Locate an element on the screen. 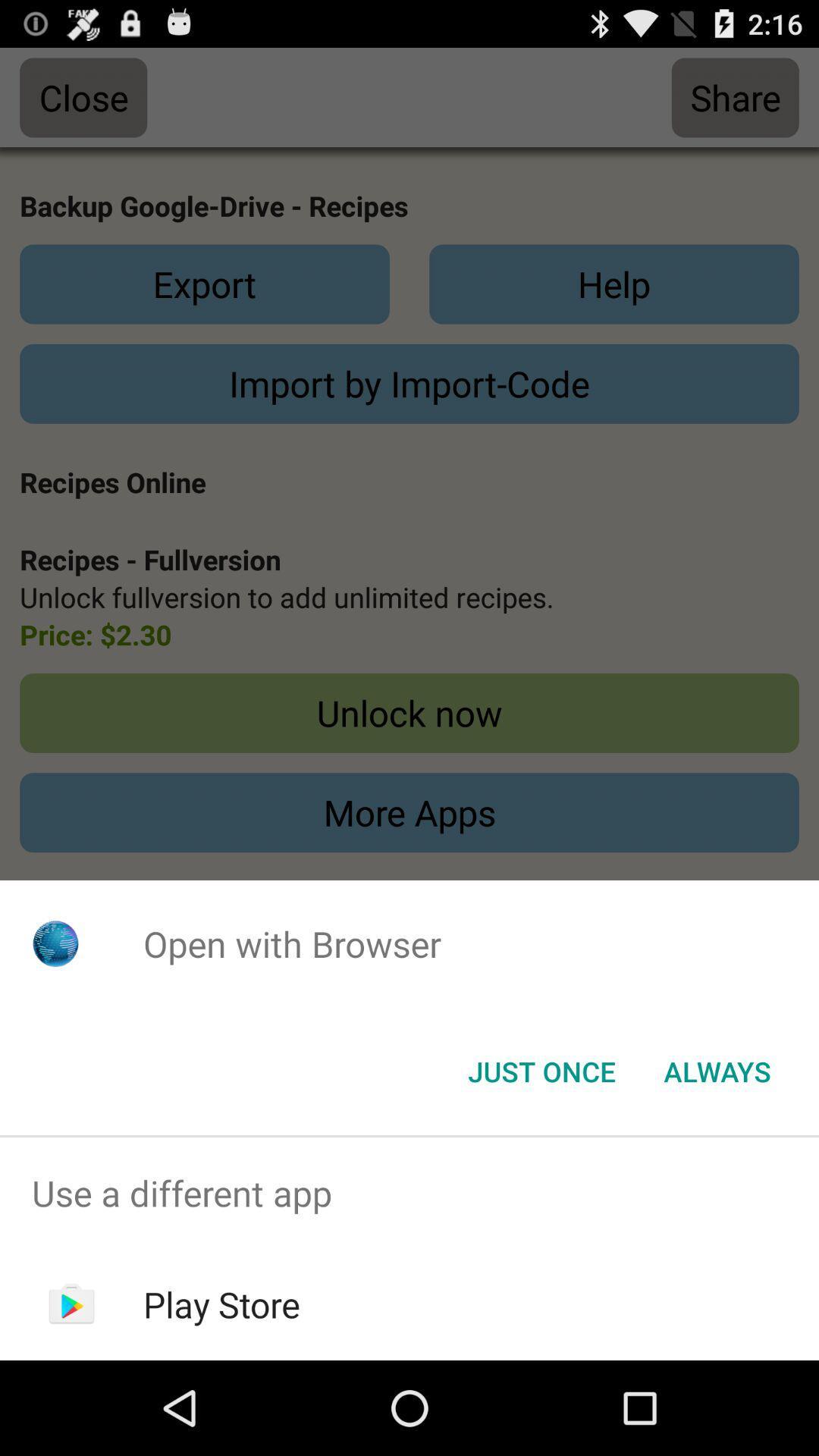 The width and height of the screenshot is (819, 1456). the item at the bottom right corner is located at coordinates (717, 1070).